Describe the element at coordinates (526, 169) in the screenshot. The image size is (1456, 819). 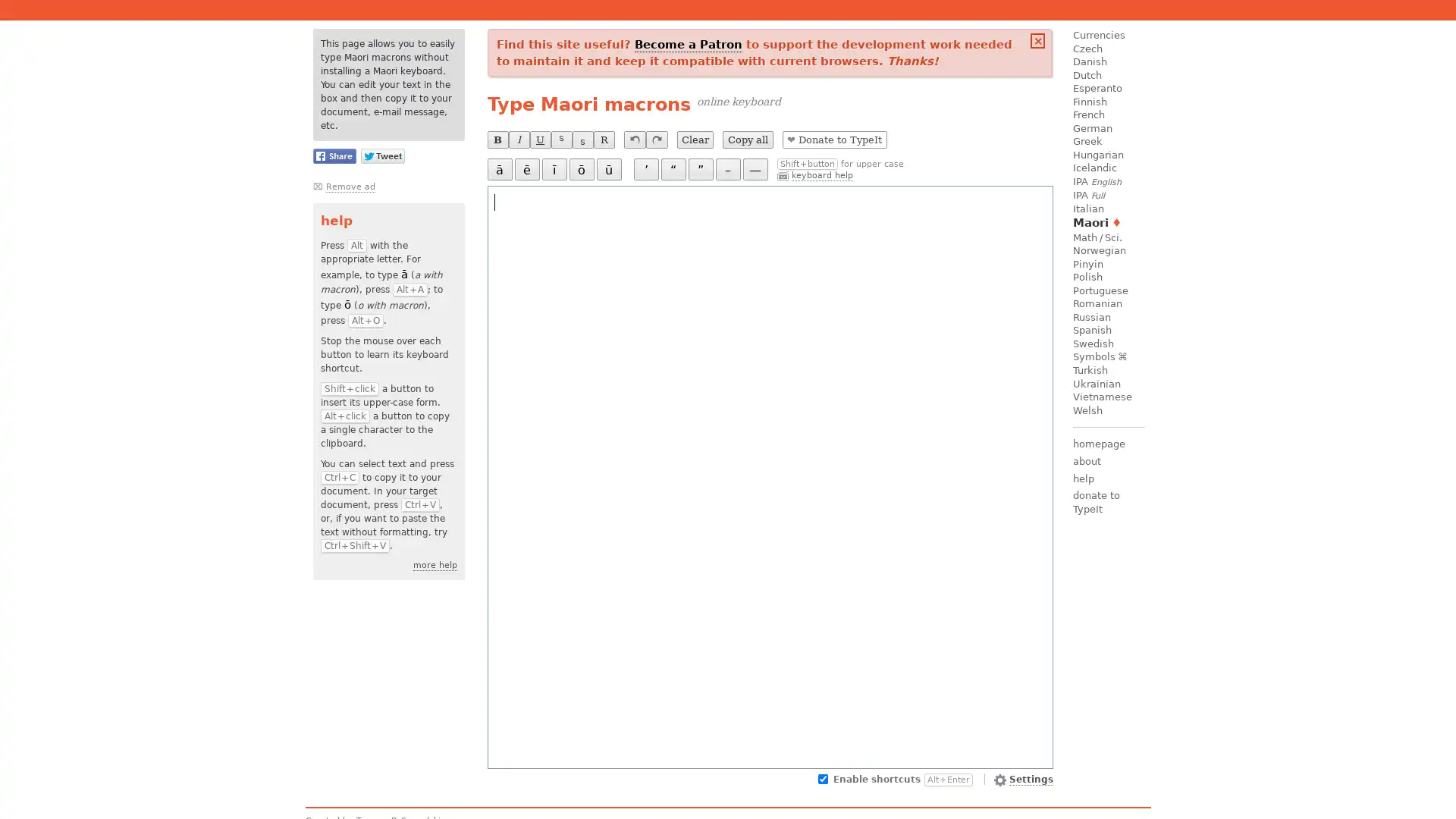
I see `e` at that location.